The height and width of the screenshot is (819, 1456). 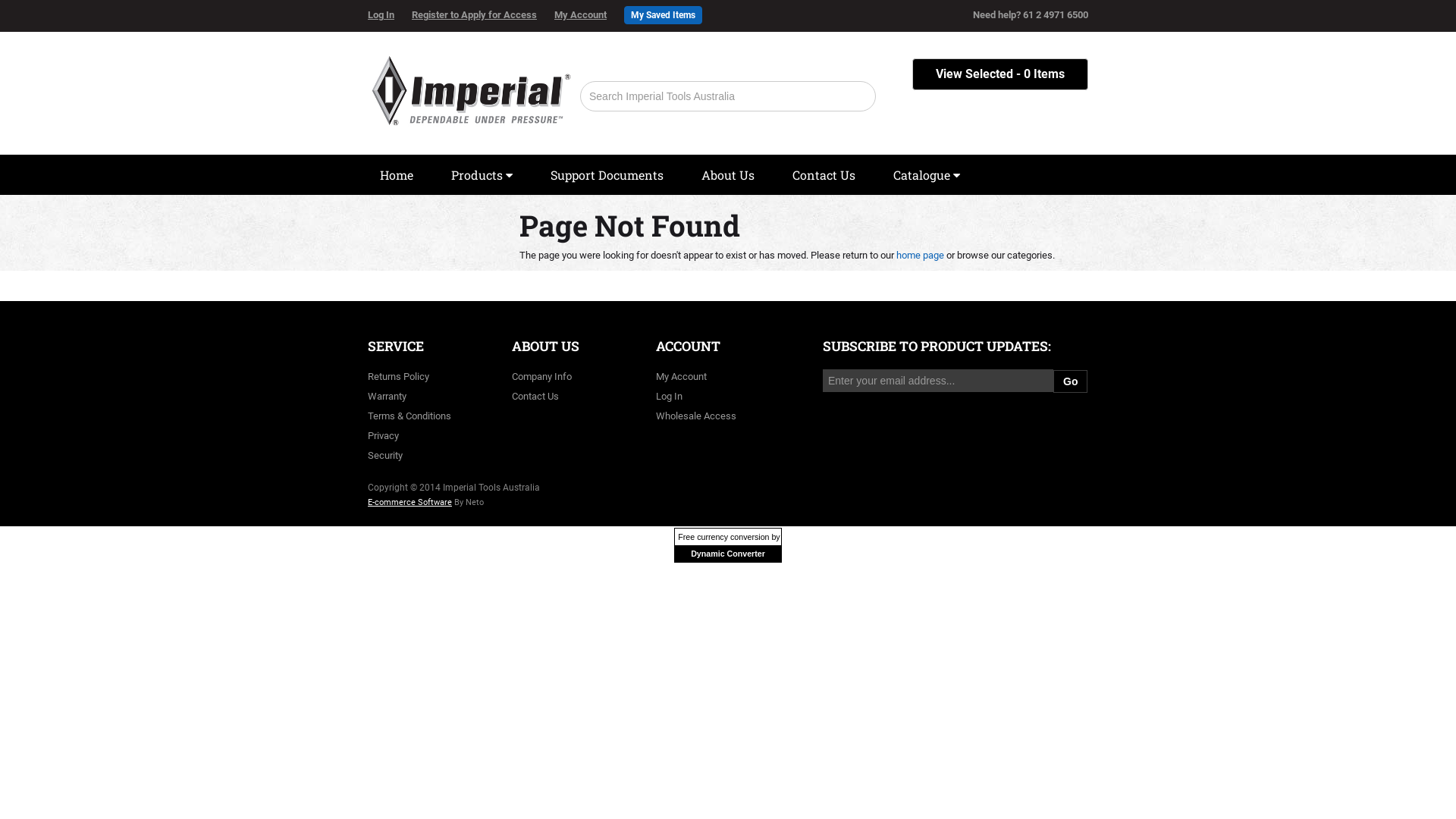 What do you see at coordinates (385, 454) in the screenshot?
I see `'Security'` at bounding box center [385, 454].